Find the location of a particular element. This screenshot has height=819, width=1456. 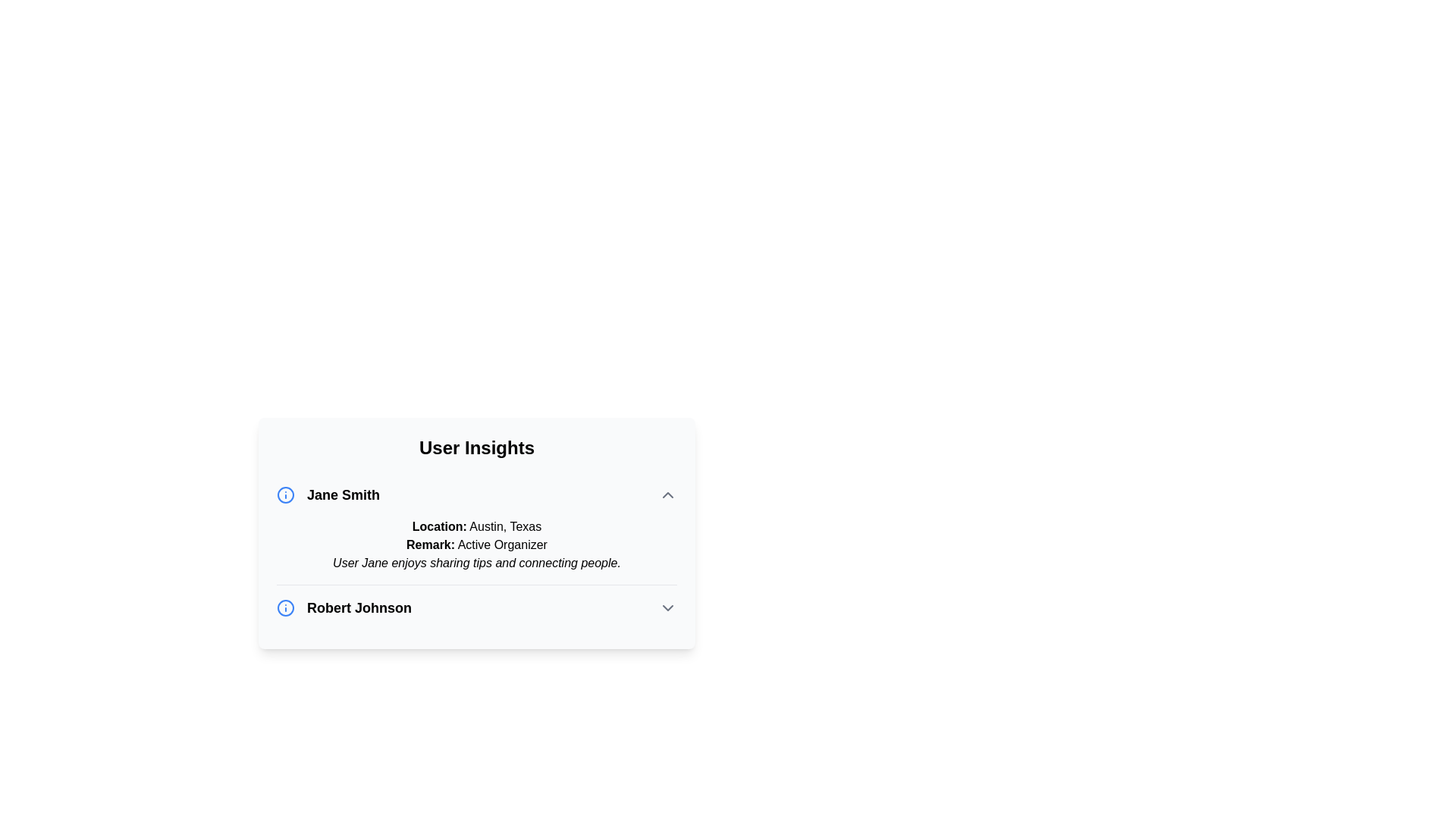

the static text label element reading 'Remark:' located within the 'User Insights' section, underneath the user name 'Jane Smith' is located at coordinates (430, 544).